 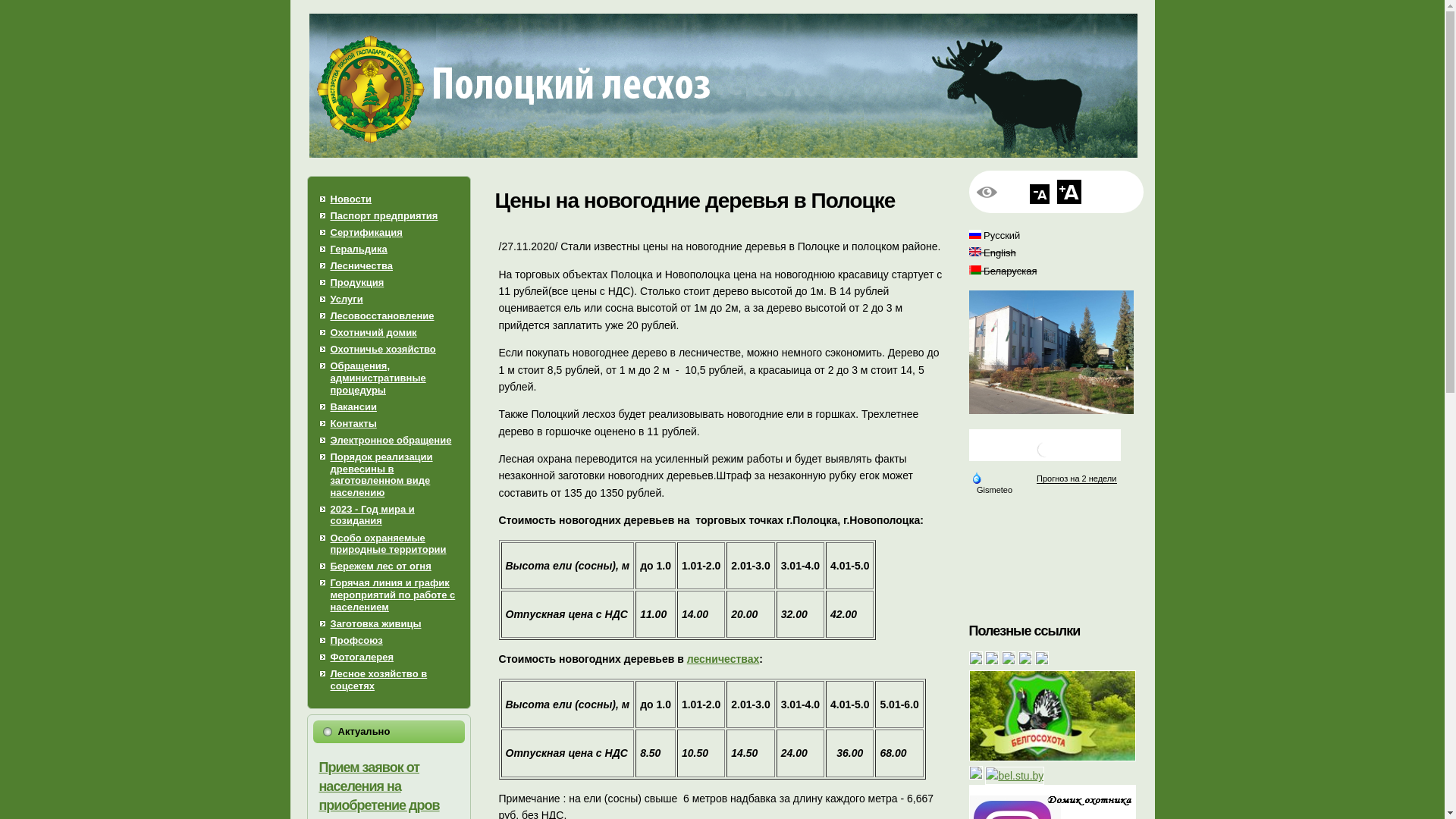 I want to click on 'A', so click(x=1039, y=193).